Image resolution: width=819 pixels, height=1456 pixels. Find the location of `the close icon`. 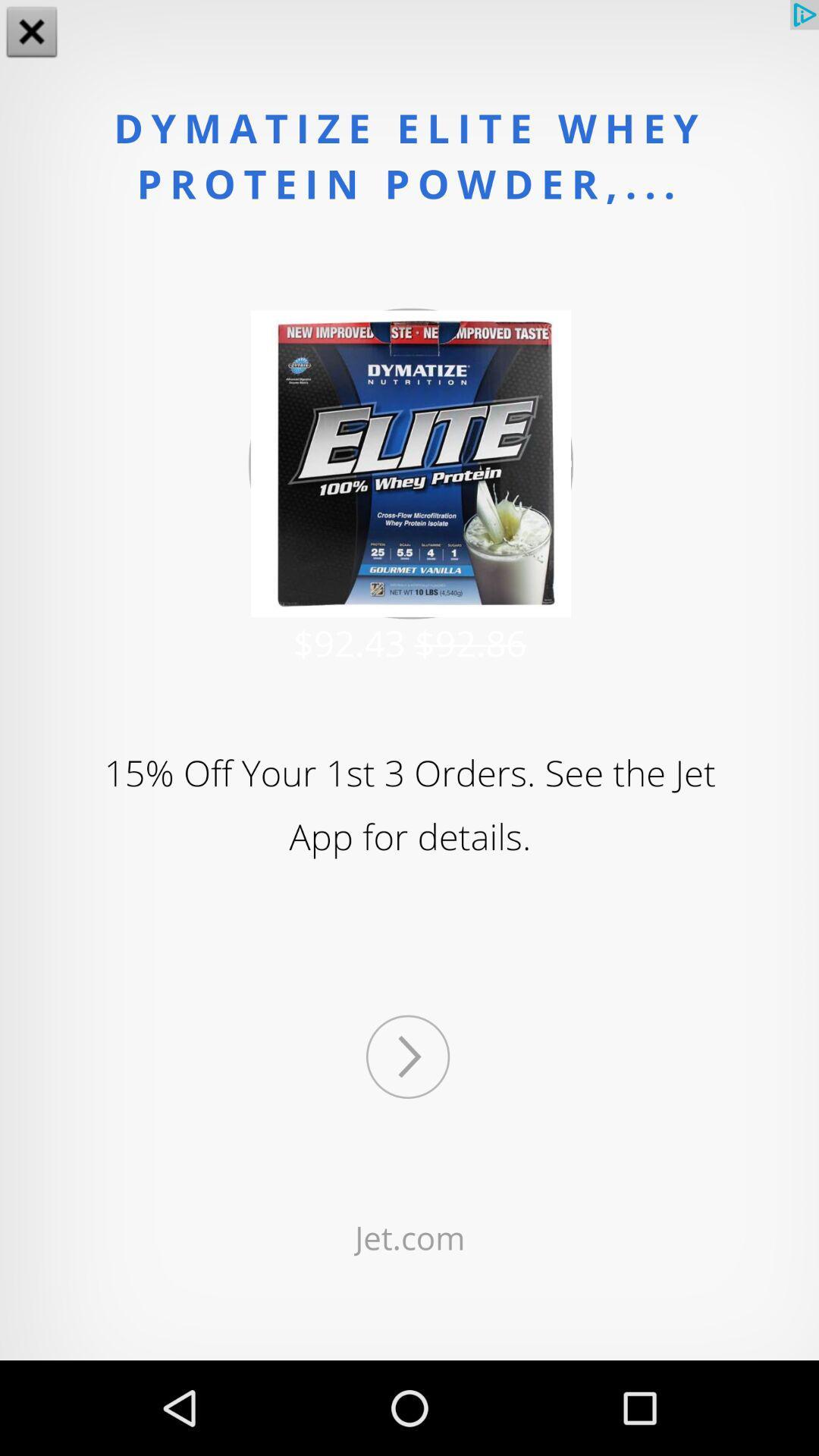

the close icon is located at coordinates (32, 33).